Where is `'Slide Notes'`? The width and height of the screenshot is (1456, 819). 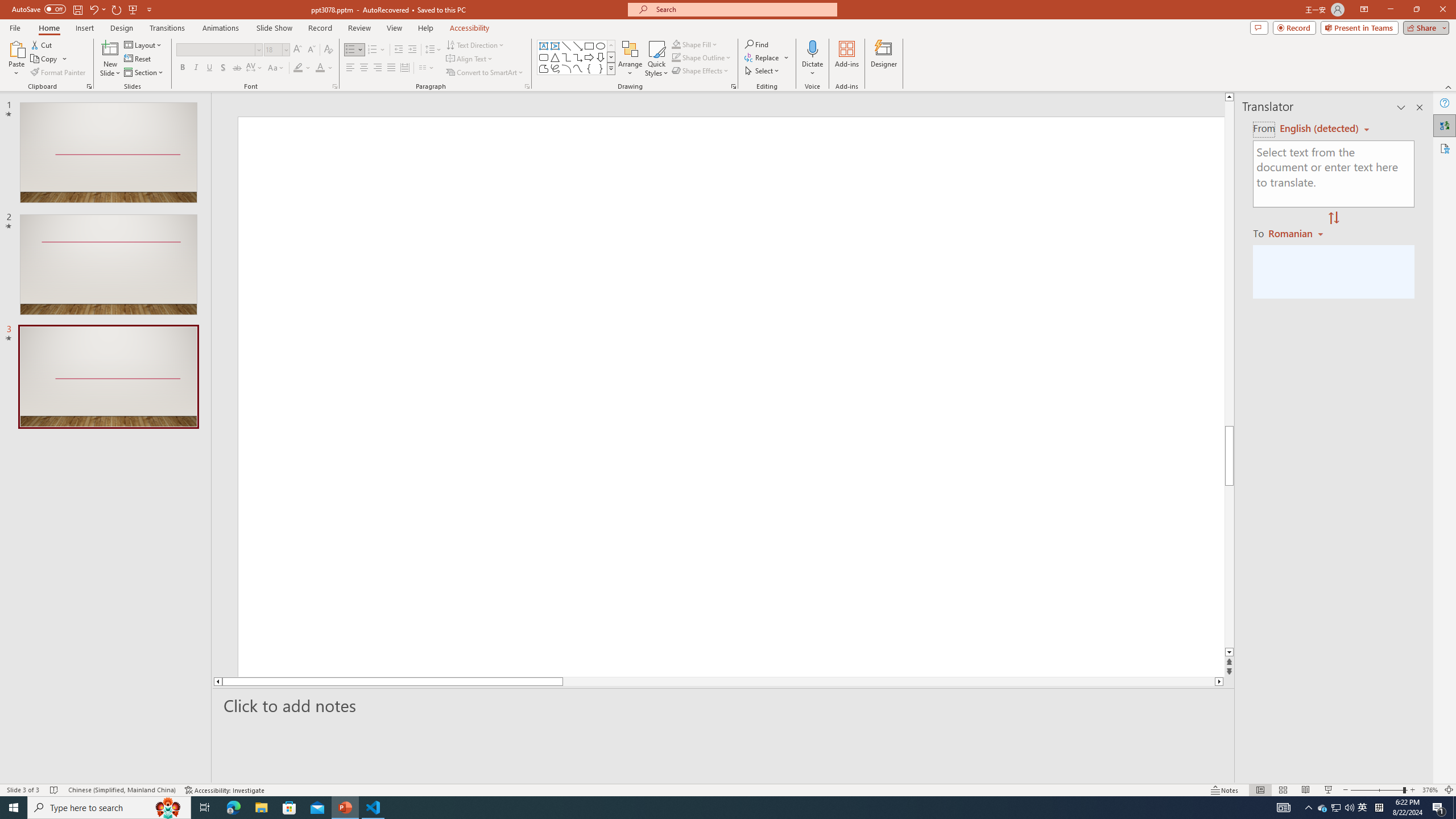 'Slide Notes' is located at coordinates (723, 705).